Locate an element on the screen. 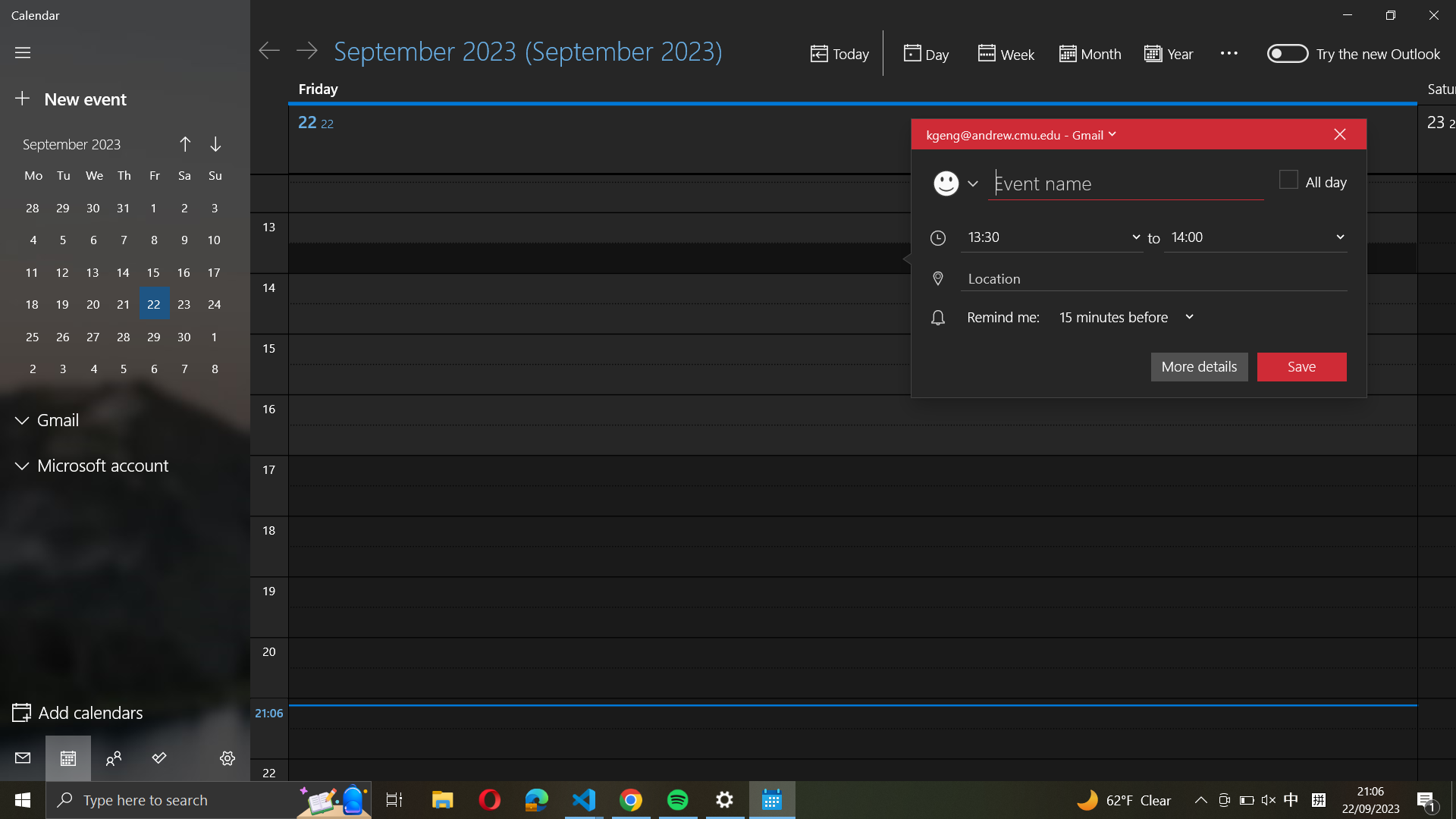 Image resolution: width=1456 pixels, height=819 pixels. "more details" to explore the current event is located at coordinates (1198, 365).